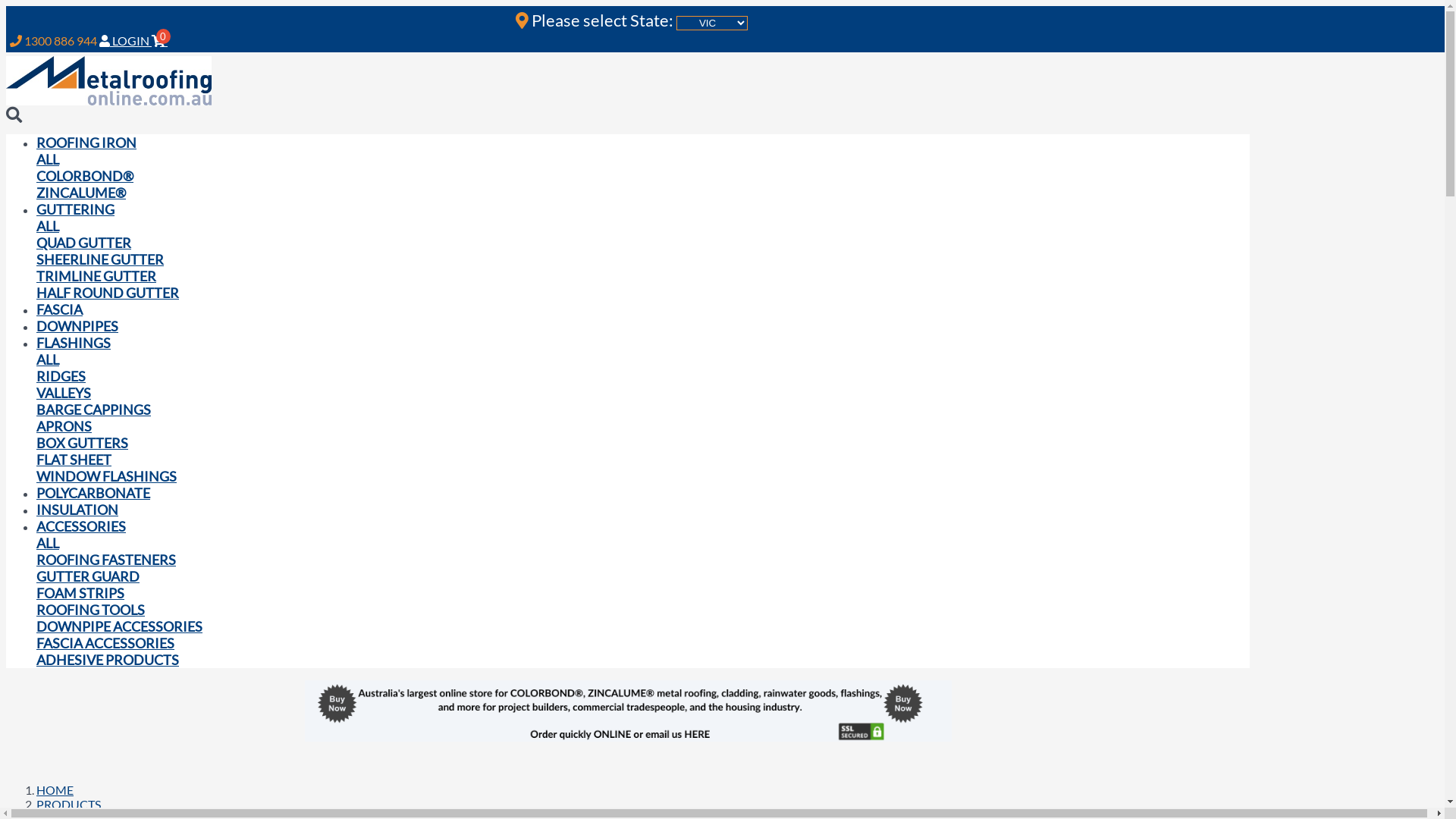 The height and width of the screenshot is (819, 1456). Describe the element at coordinates (47, 359) in the screenshot. I see `'ALL'` at that location.